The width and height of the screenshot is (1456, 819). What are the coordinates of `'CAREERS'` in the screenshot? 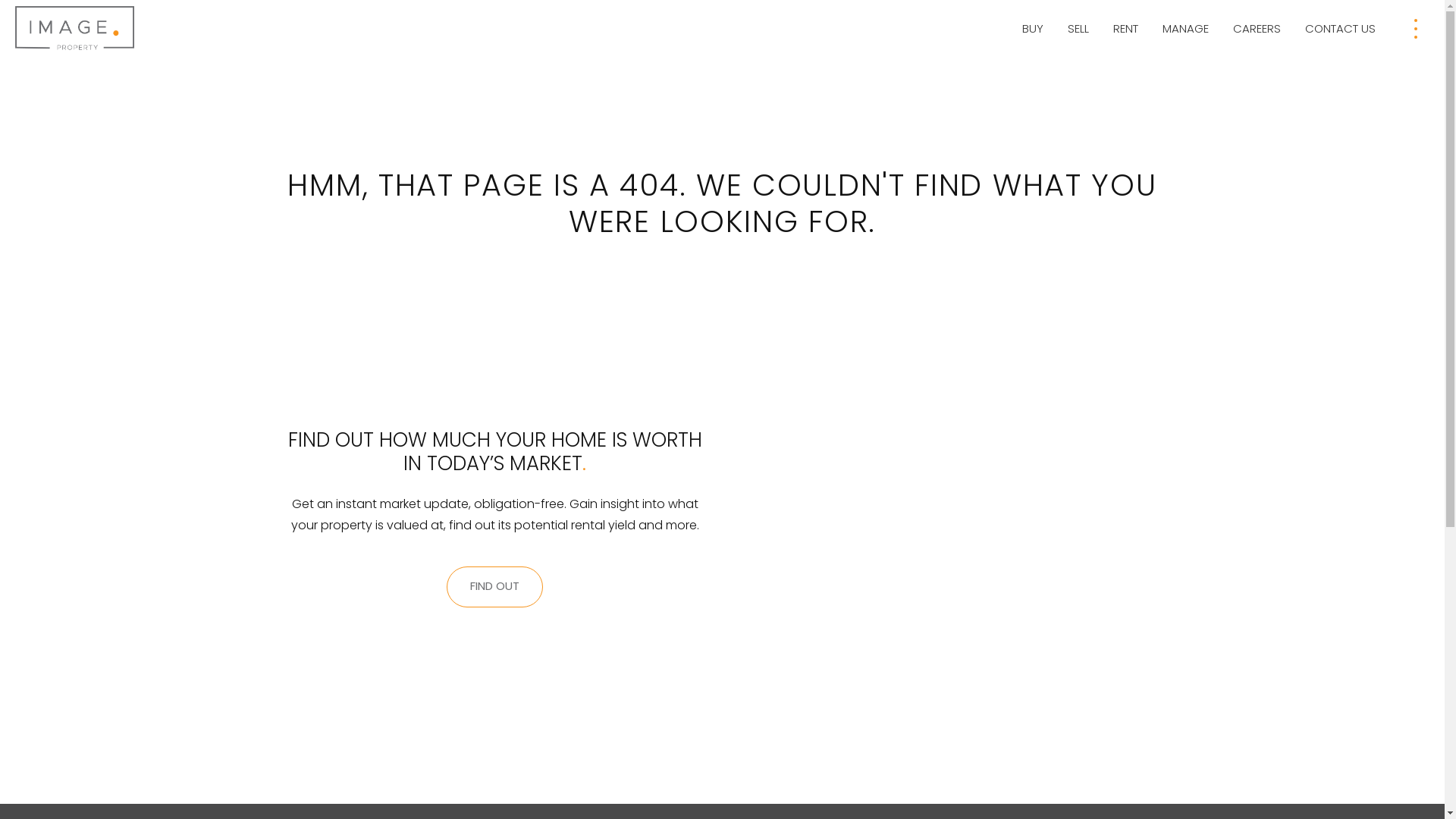 It's located at (1257, 29).